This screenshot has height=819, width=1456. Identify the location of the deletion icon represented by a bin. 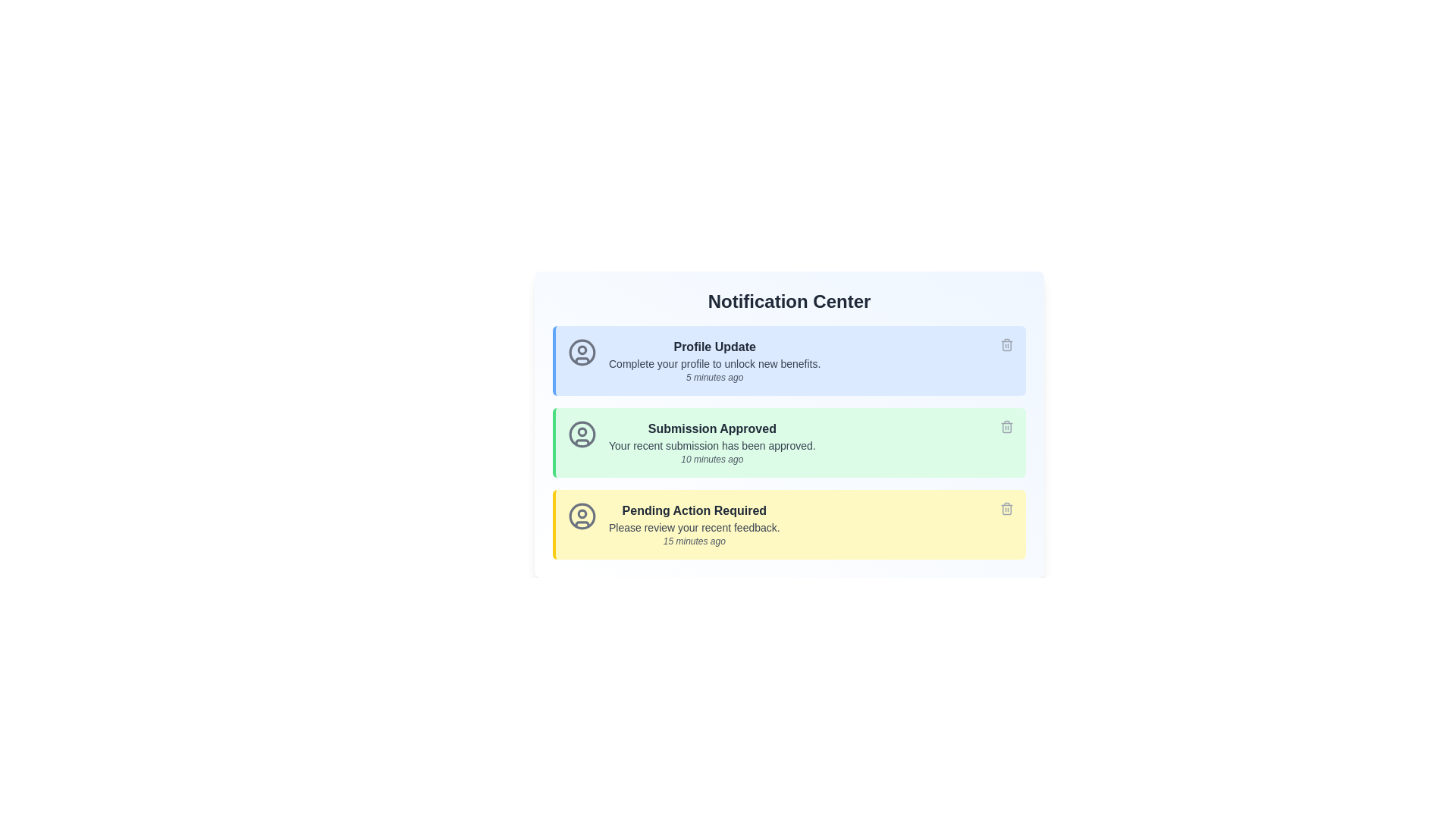
(1007, 428).